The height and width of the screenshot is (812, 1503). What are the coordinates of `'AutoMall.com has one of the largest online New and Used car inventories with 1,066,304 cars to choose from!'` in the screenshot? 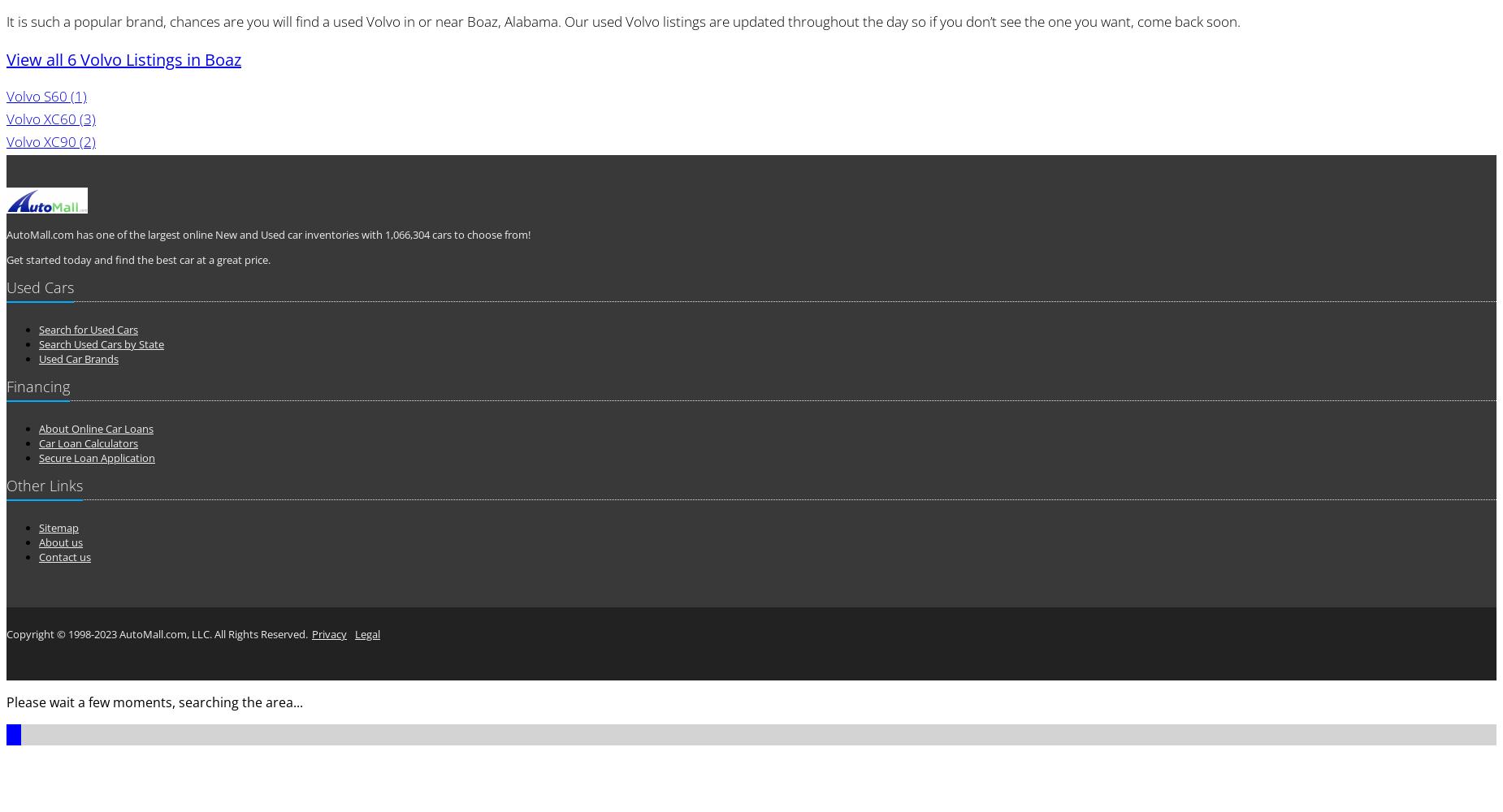 It's located at (5, 235).